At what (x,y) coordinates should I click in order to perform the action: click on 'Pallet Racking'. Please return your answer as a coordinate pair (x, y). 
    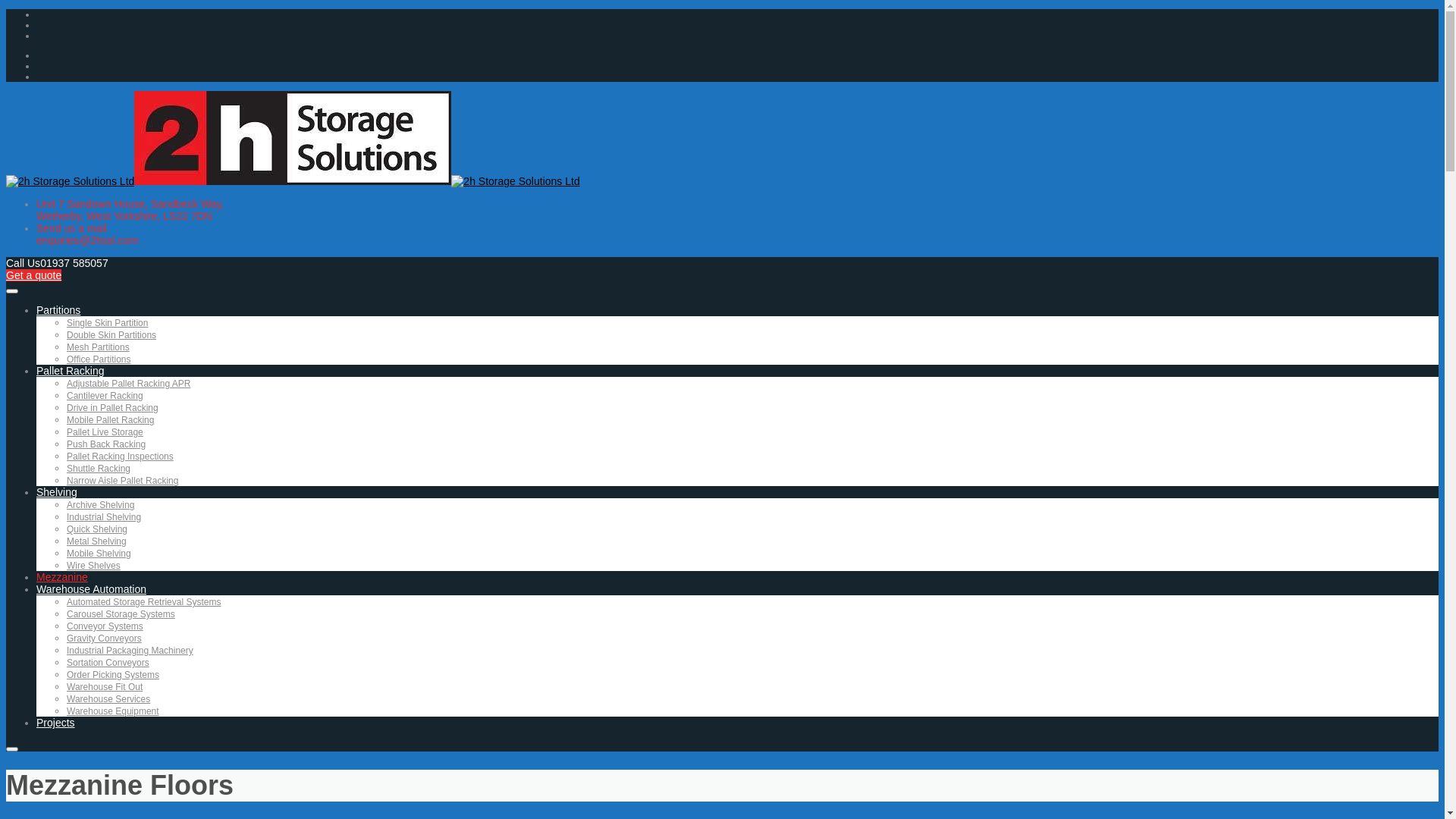
    Looking at the image, I should click on (69, 371).